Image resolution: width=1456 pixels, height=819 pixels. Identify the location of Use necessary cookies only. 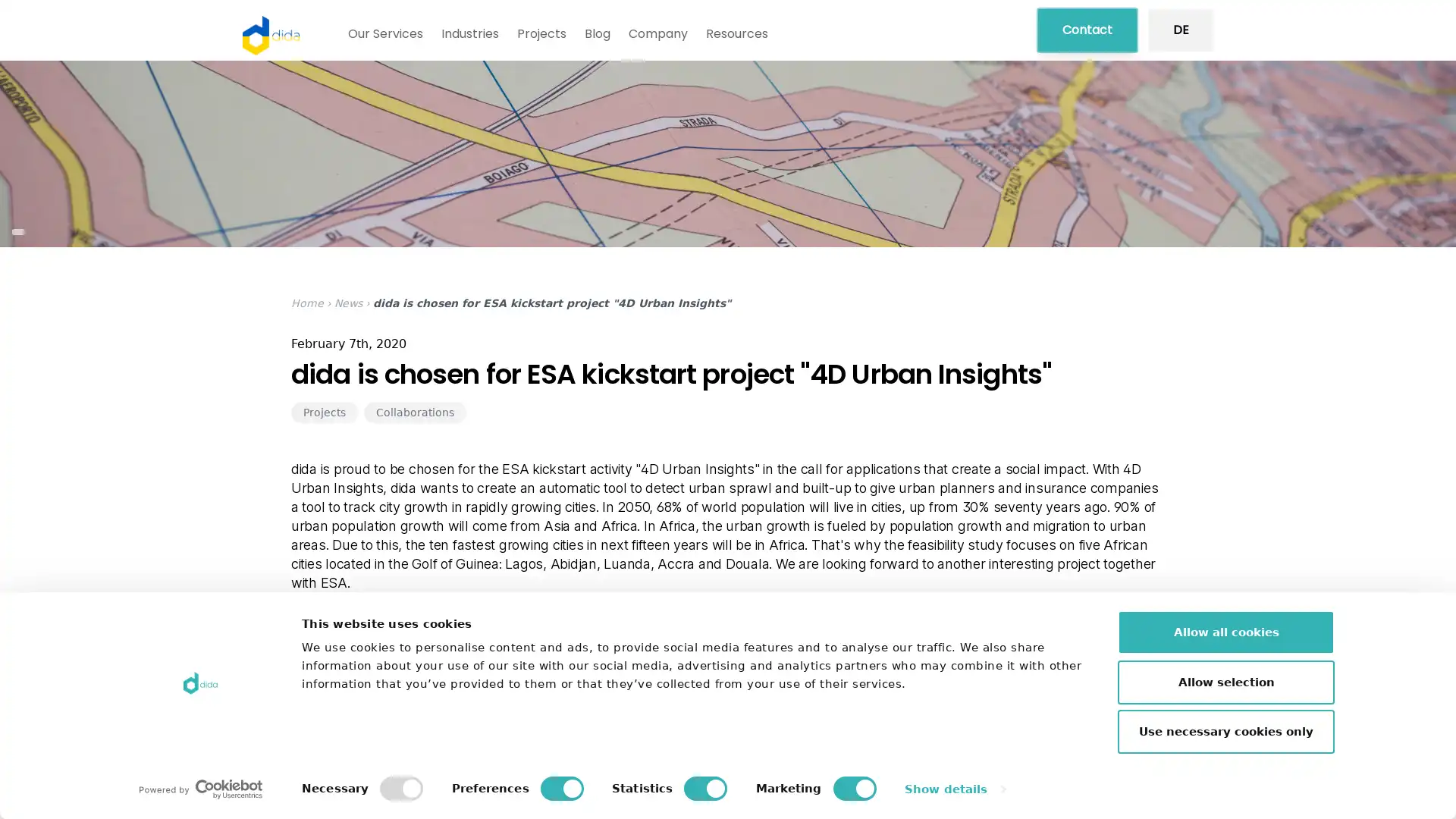
(1226, 730).